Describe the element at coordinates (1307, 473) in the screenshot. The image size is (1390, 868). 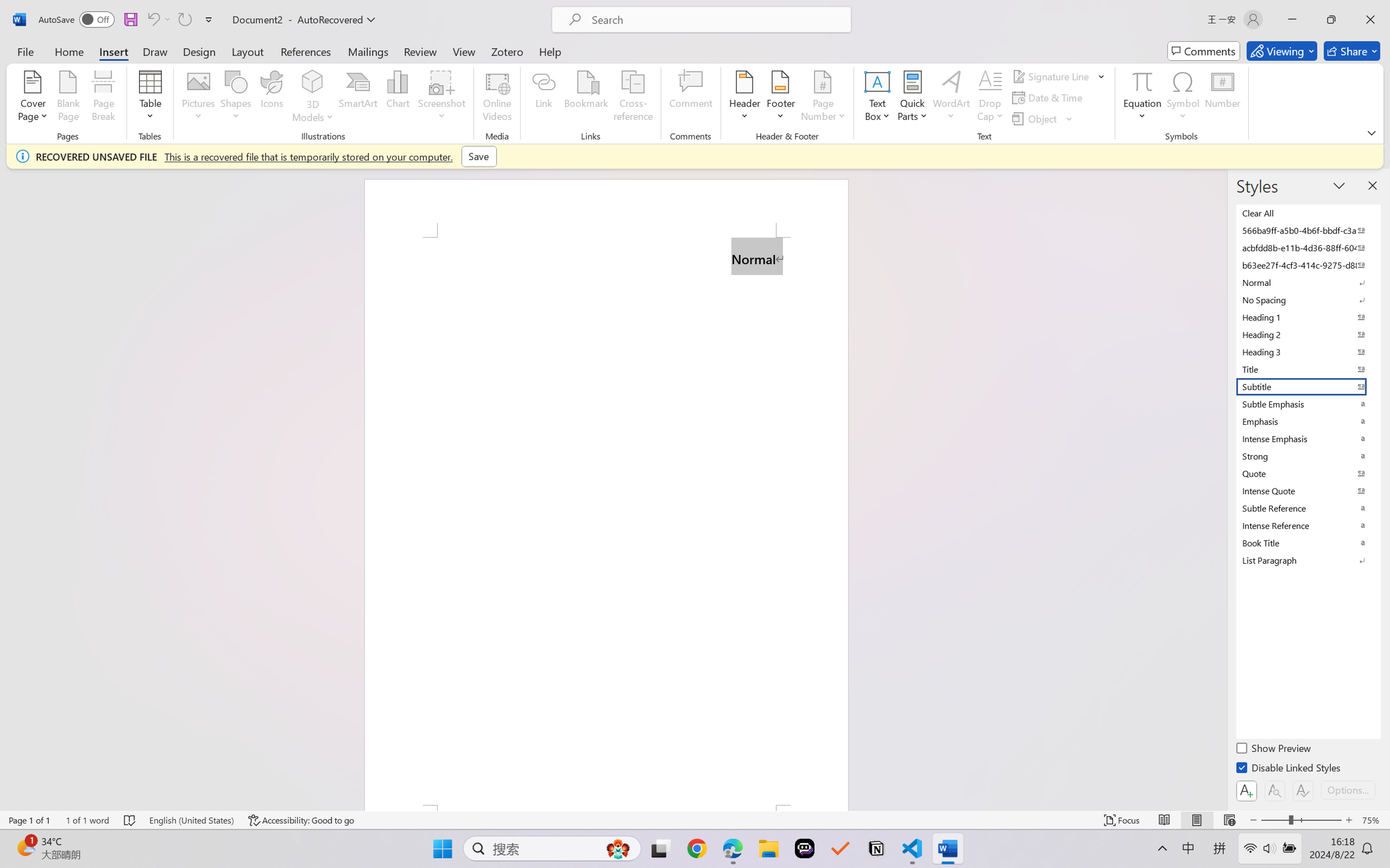
I see `'Quote'` at that location.